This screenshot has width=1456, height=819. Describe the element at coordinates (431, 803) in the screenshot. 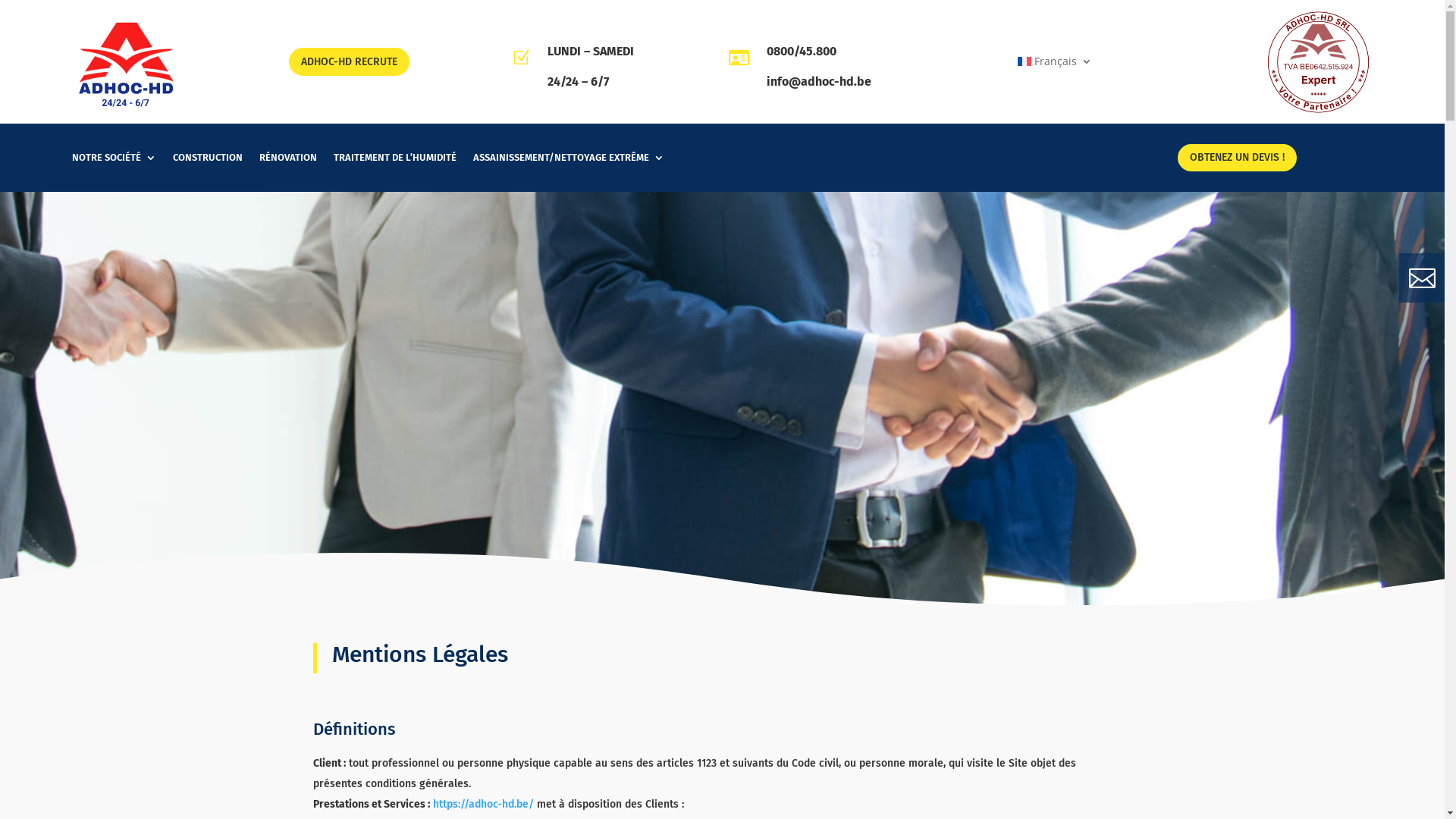

I see `'https://adhoc-hd.be/'` at that location.